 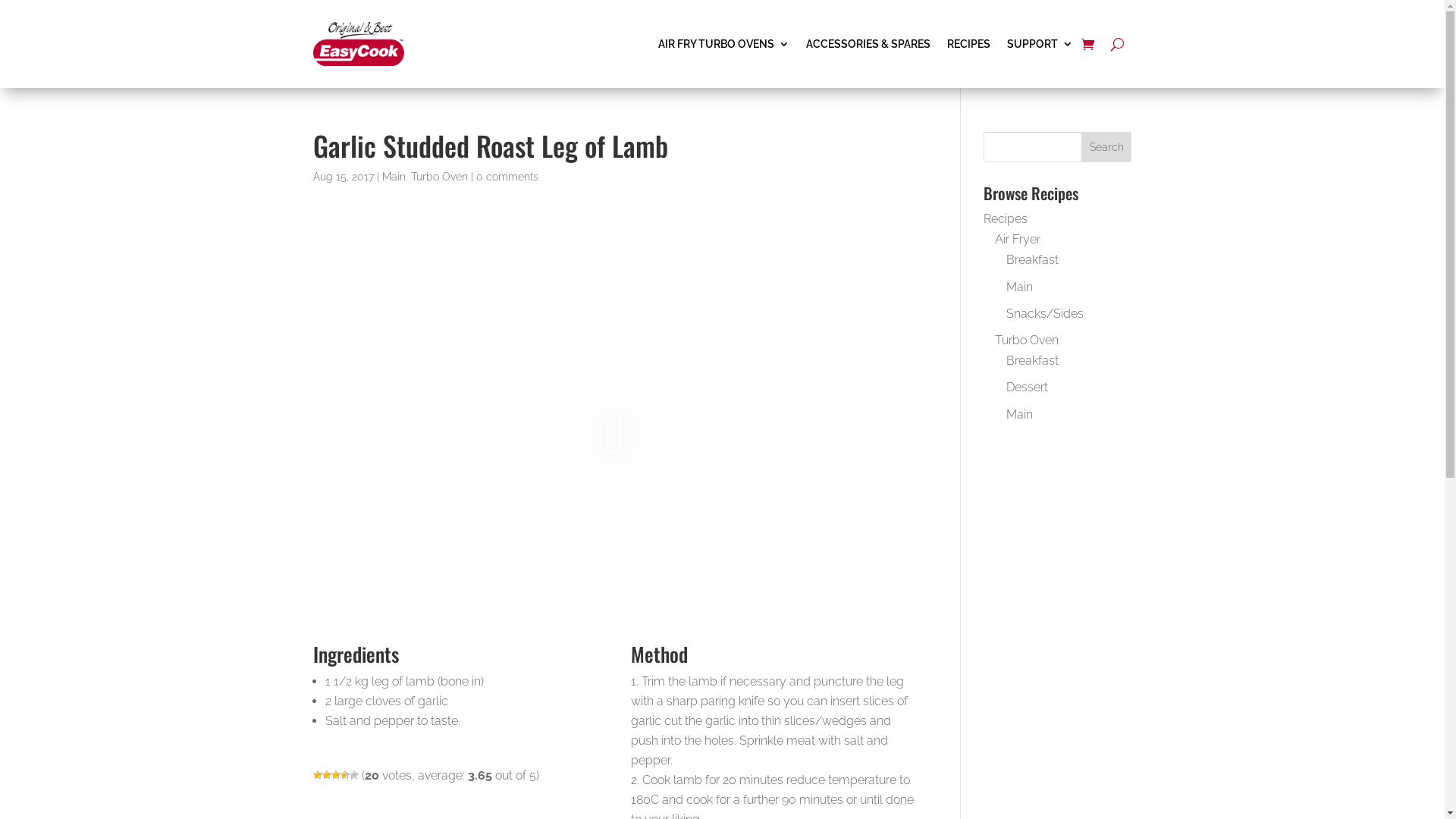 I want to click on 'Recipes', so click(x=1005, y=218).